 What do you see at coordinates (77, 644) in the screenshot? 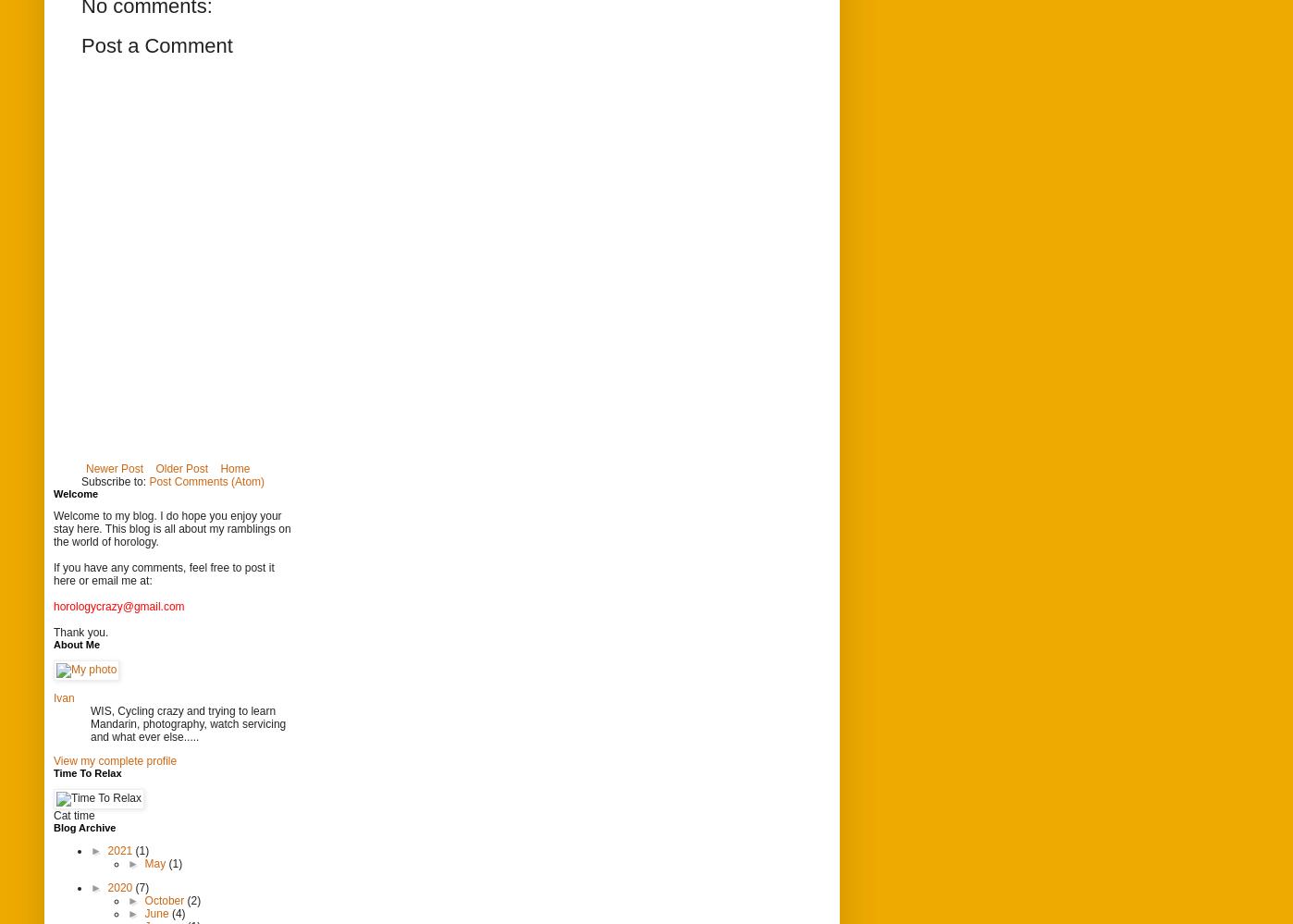
I see `'About Me'` at bounding box center [77, 644].